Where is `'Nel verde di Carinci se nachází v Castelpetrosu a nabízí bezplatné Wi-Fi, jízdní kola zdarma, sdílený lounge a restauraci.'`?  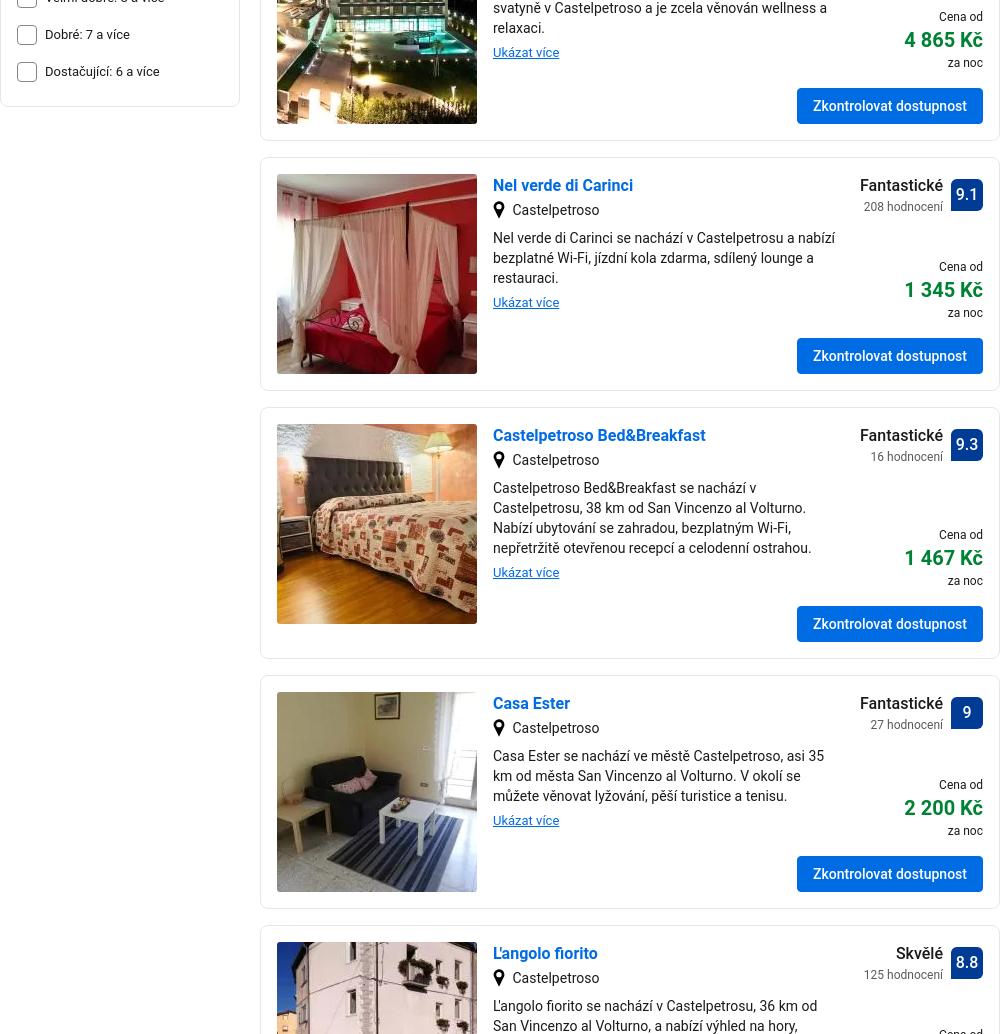
'Nel verde di Carinci se nachází v Castelpetrosu a nabízí bezplatné Wi-Fi, jízdní kola zdarma, sdílený lounge a restauraci.' is located at coordinates (492, 257).